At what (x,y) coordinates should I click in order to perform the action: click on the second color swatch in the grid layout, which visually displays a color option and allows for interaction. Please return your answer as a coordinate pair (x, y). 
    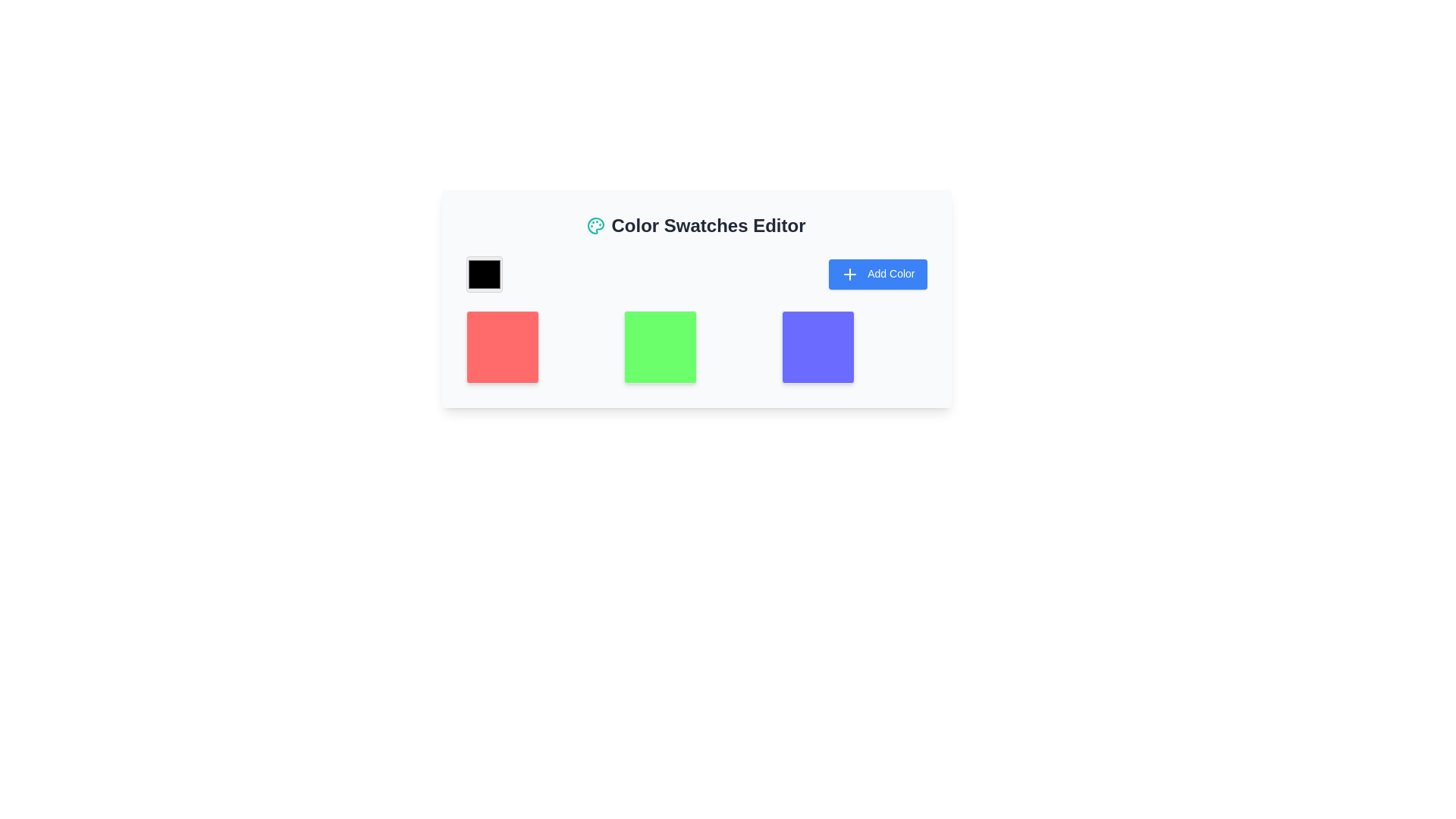
    Looking at the image, I should click on (695, 347).